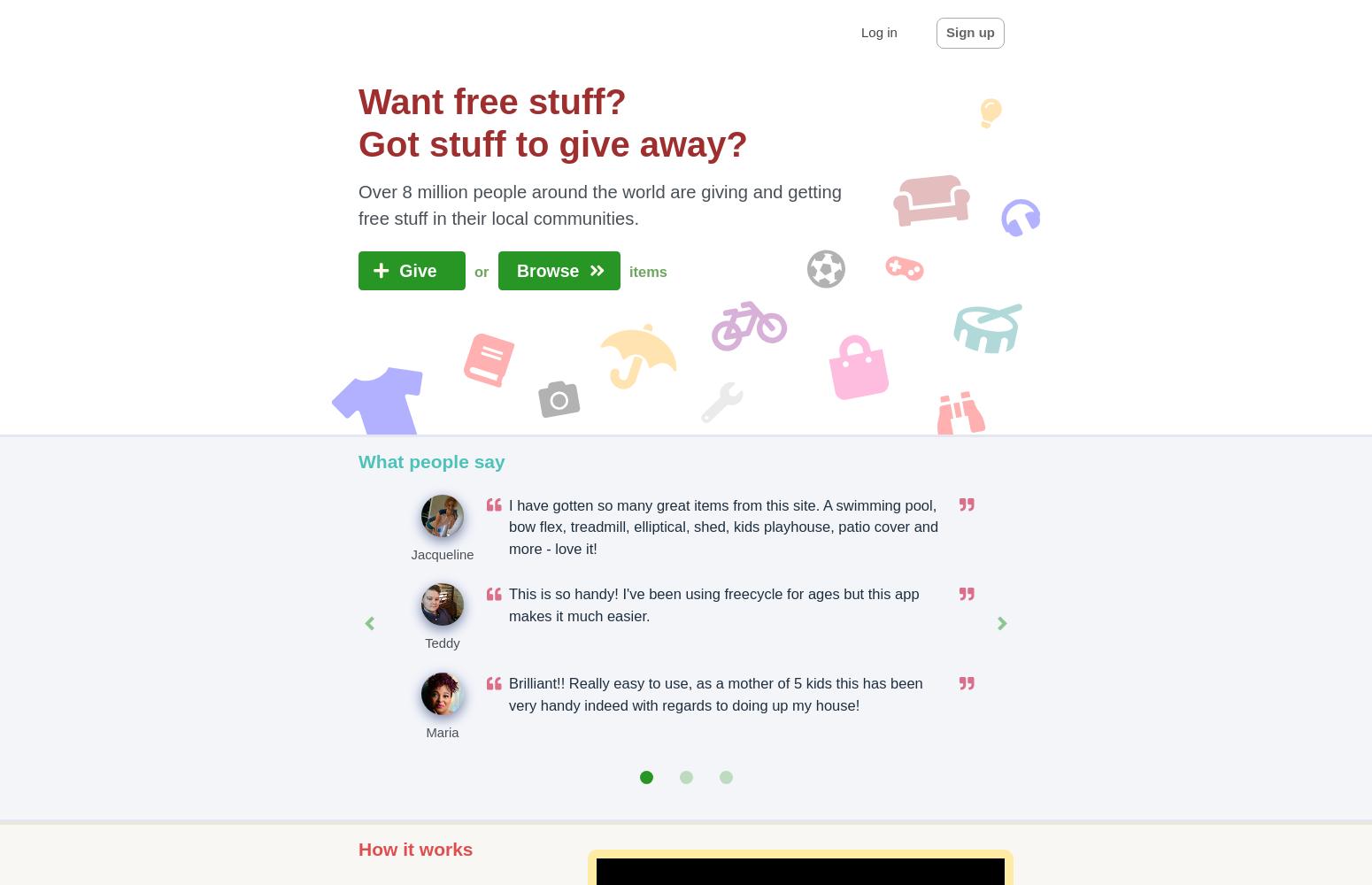  What do you see at coordinates (1097, 732) in the screenshot?
I see `'Nick'` at bounding box center [1097, 732].